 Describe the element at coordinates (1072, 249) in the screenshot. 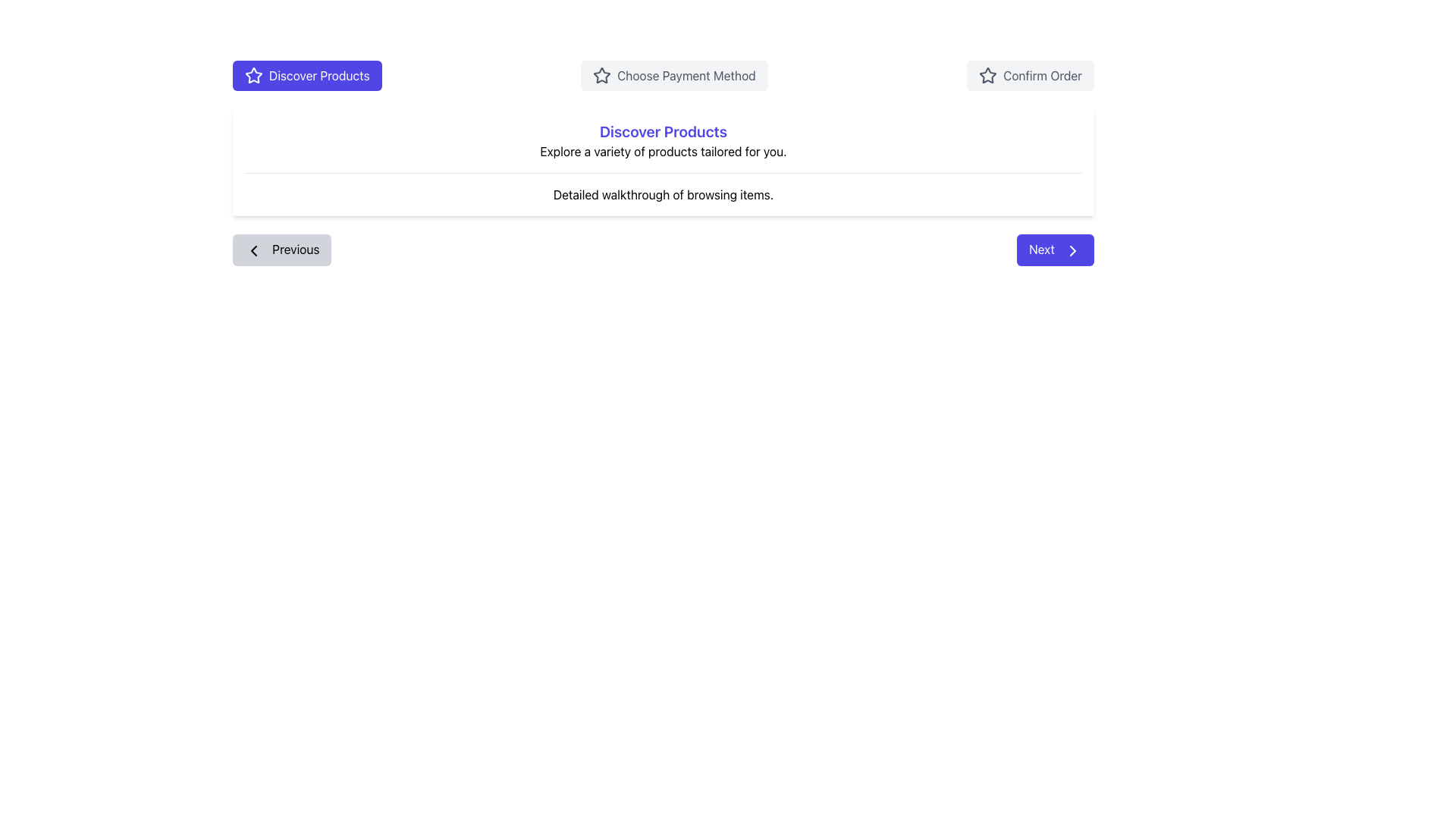

I see `the chevron icon located within the 'Next' button at the bottom-right corner of the interface to proceed to the next step or page` at that location.